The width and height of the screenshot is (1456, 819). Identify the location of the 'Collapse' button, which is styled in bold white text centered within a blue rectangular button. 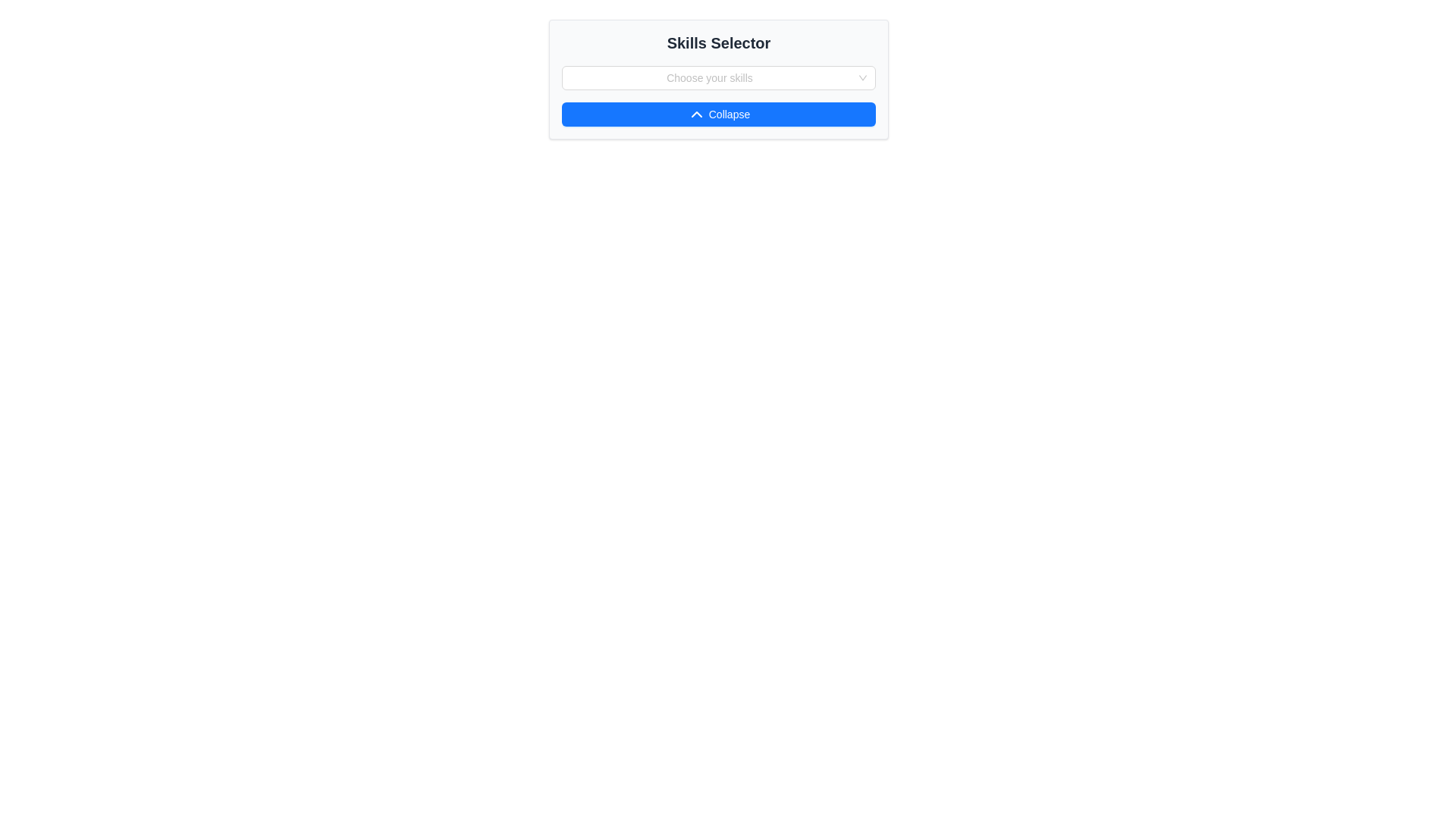
(729, 113).